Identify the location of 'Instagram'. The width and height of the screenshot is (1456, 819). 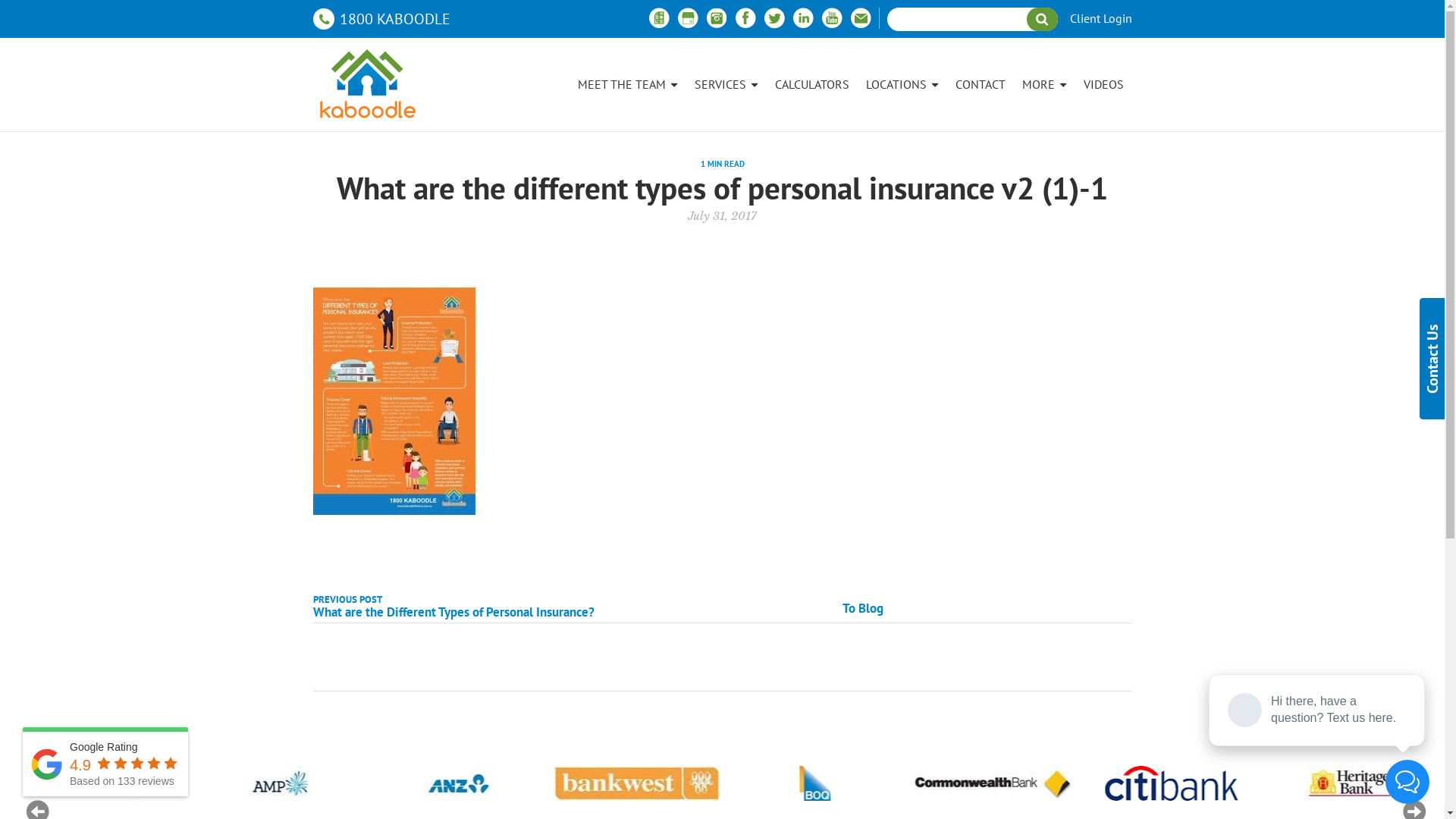
(704, 17).